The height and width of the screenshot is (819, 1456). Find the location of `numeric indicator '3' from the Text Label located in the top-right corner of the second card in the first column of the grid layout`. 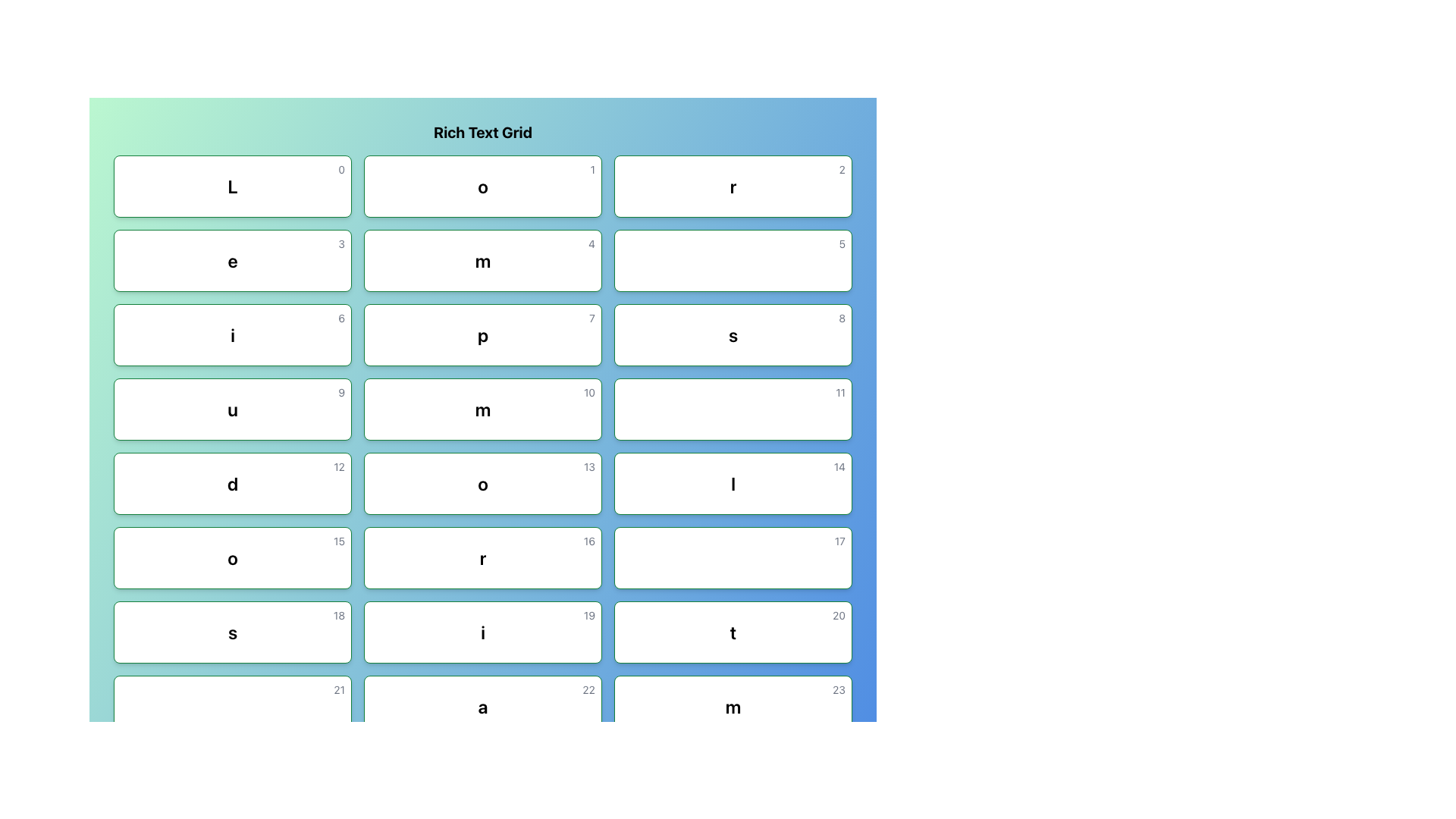

numeric indicator '3' from the Text Label located in the top-right corner of the second card in the first column of the grid layout is located at coordinates (340, 243).